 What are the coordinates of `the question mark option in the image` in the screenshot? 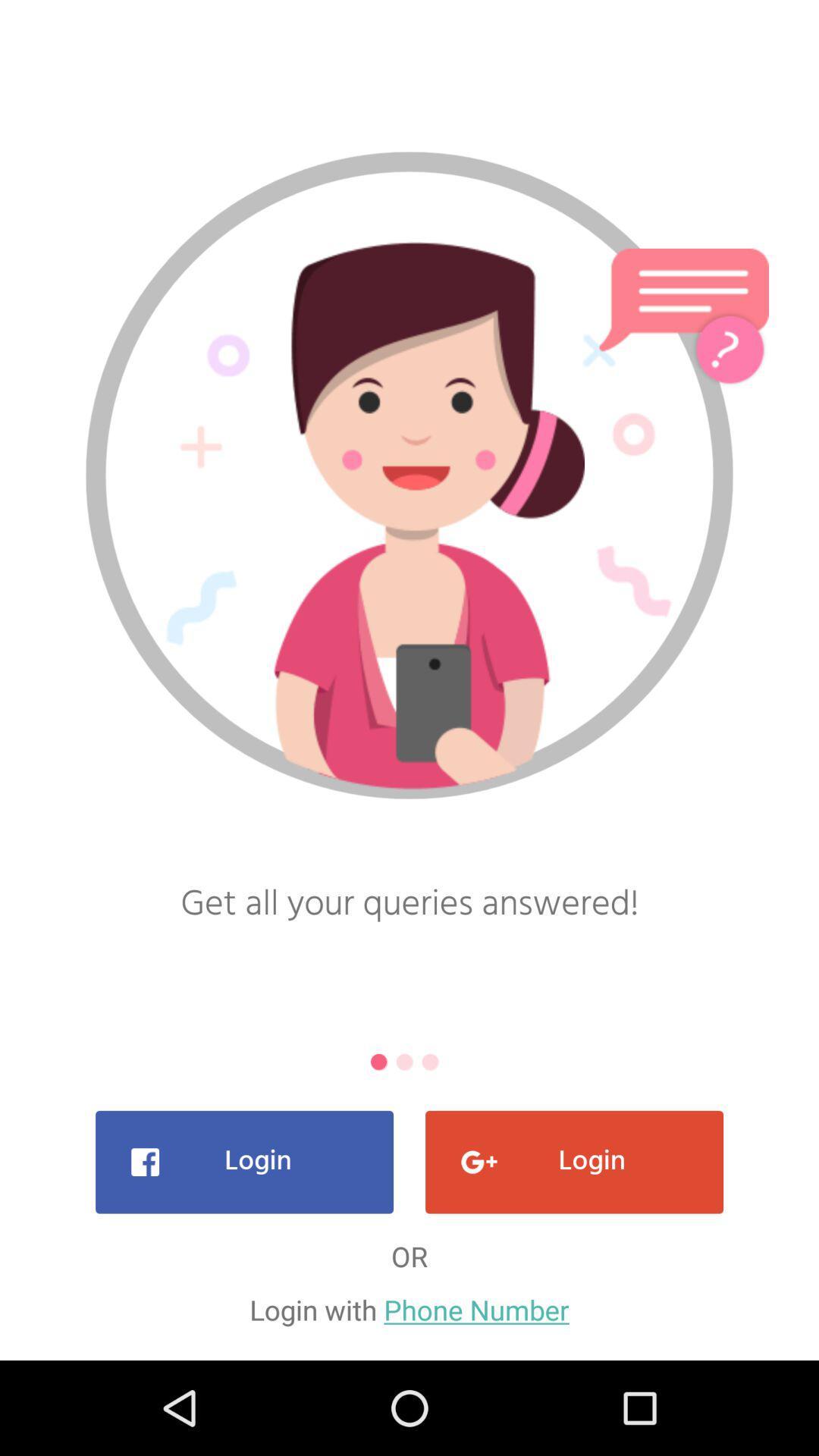 It's located at (728, 347).